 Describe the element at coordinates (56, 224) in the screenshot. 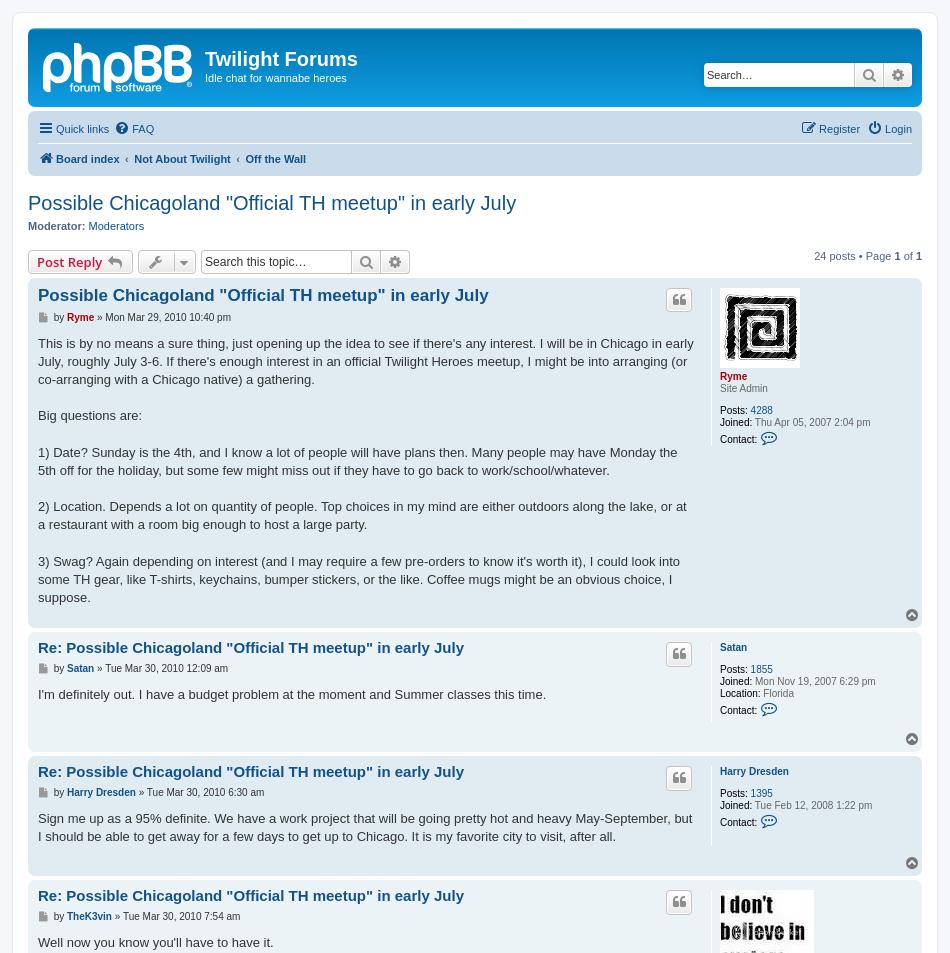

I see `'Moderator:'` at that location.